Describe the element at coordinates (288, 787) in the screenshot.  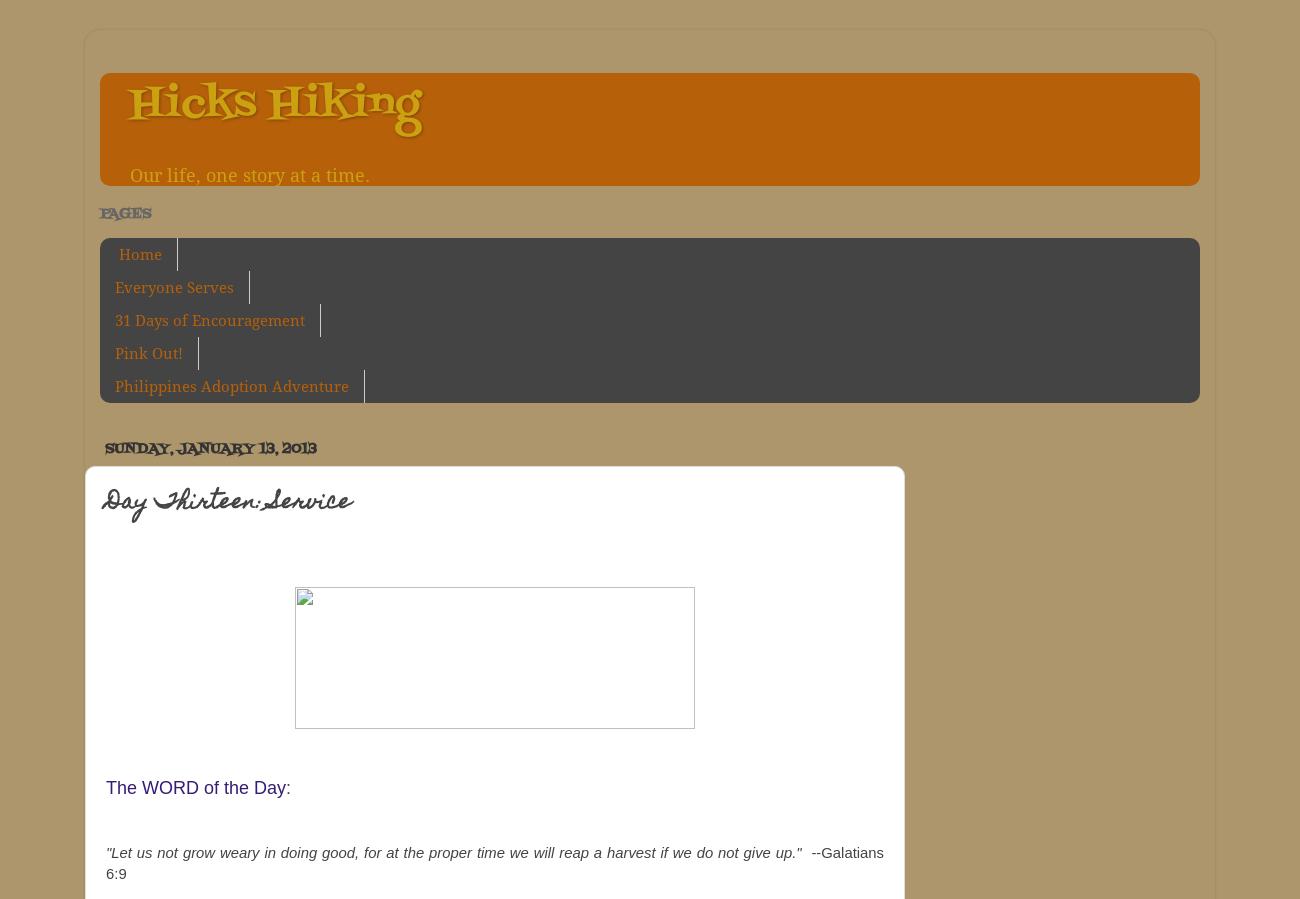
I see `':'` at that location.